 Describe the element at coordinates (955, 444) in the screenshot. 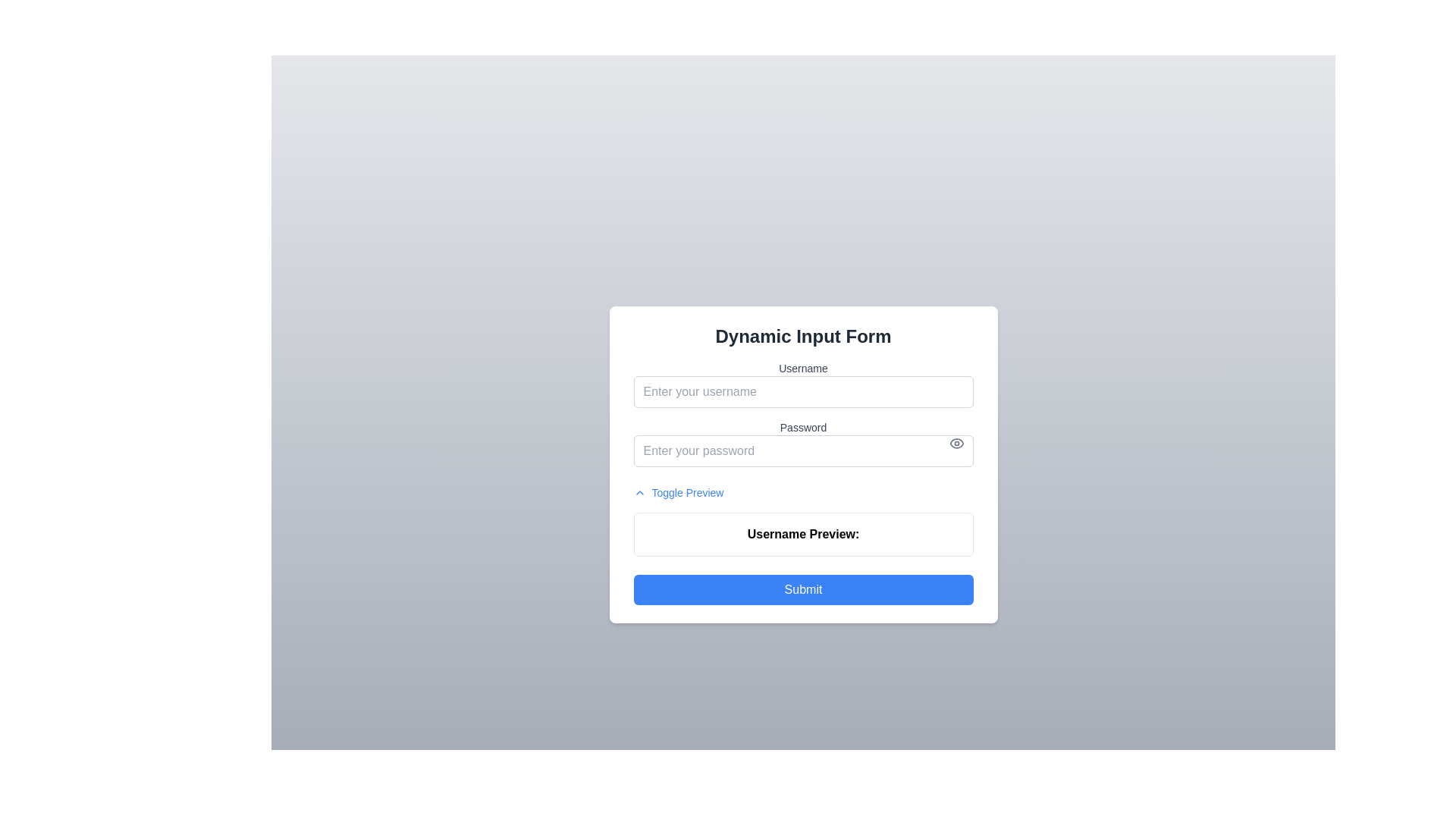

I see `the button located at the far right of the password input field` at that location.